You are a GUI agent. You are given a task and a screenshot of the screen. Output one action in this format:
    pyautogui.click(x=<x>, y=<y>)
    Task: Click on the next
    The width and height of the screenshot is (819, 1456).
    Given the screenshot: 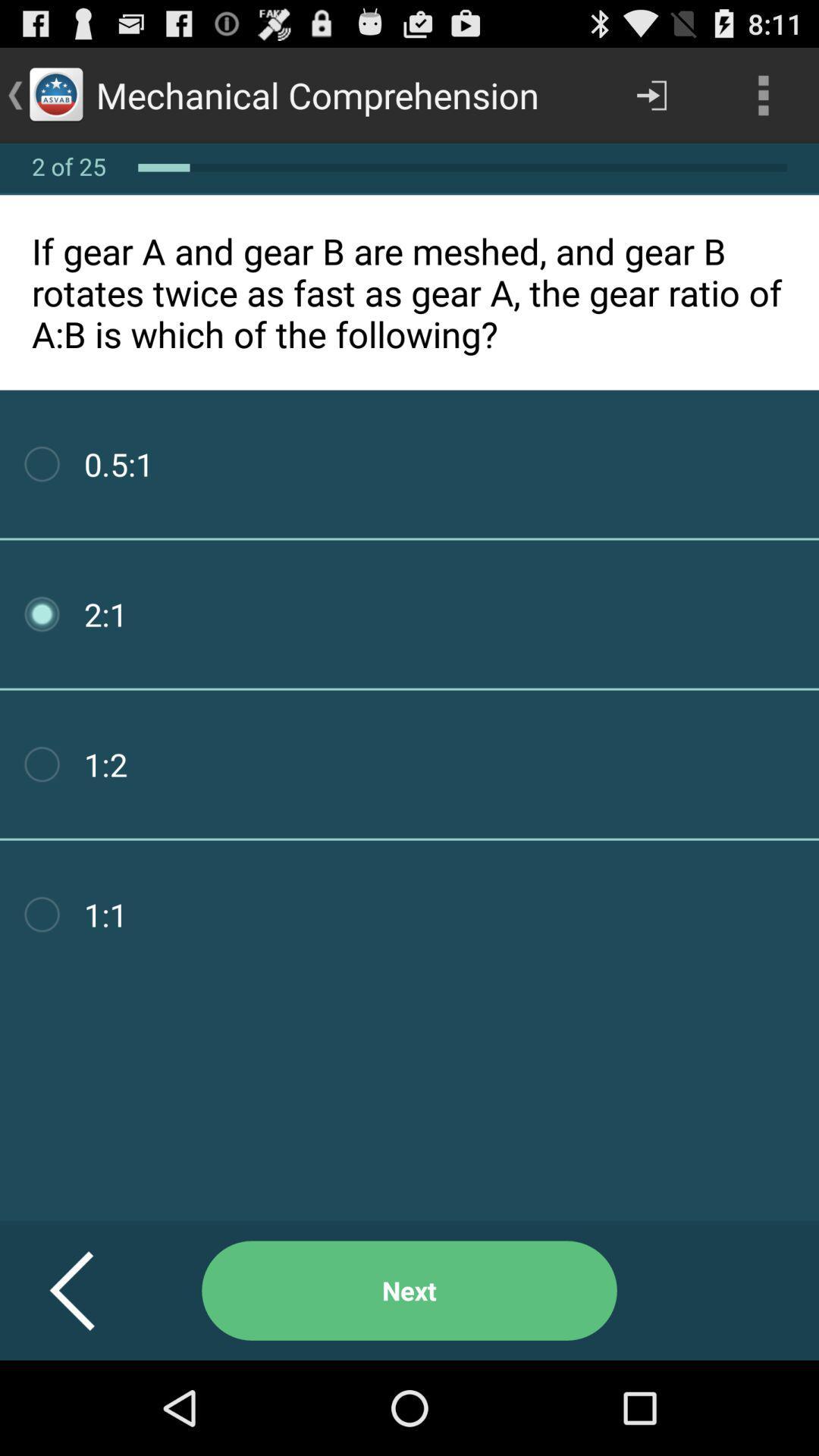 What is the action you would take?
    pyautogui.click(x=409, y=1290)
    